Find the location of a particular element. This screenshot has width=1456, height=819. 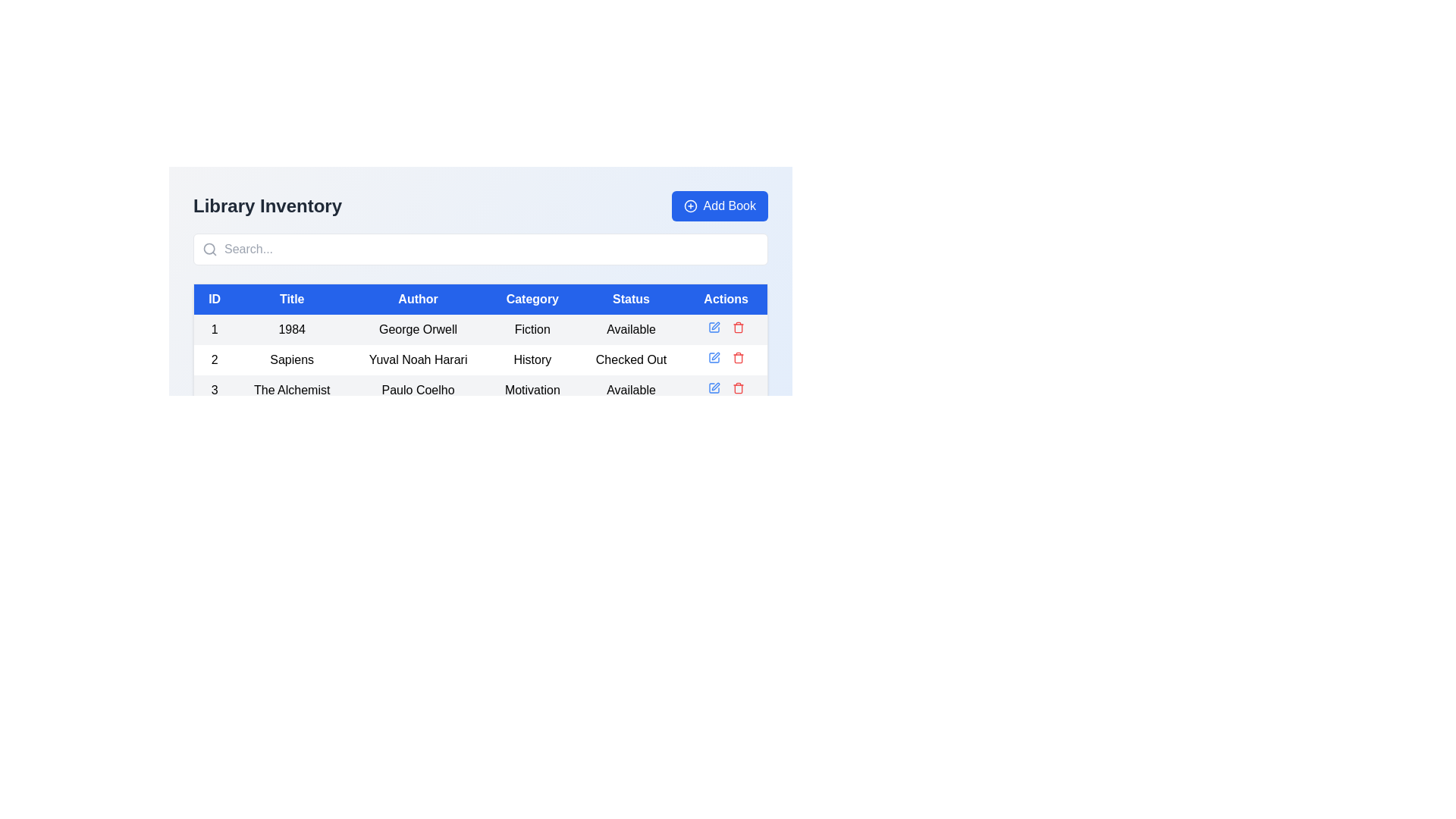

the edit icon located on the rightmost part of the row for 'The Alchemist' under the 'Actions' column of the 'Library Inventory' table is located at coordinates (714, 385).